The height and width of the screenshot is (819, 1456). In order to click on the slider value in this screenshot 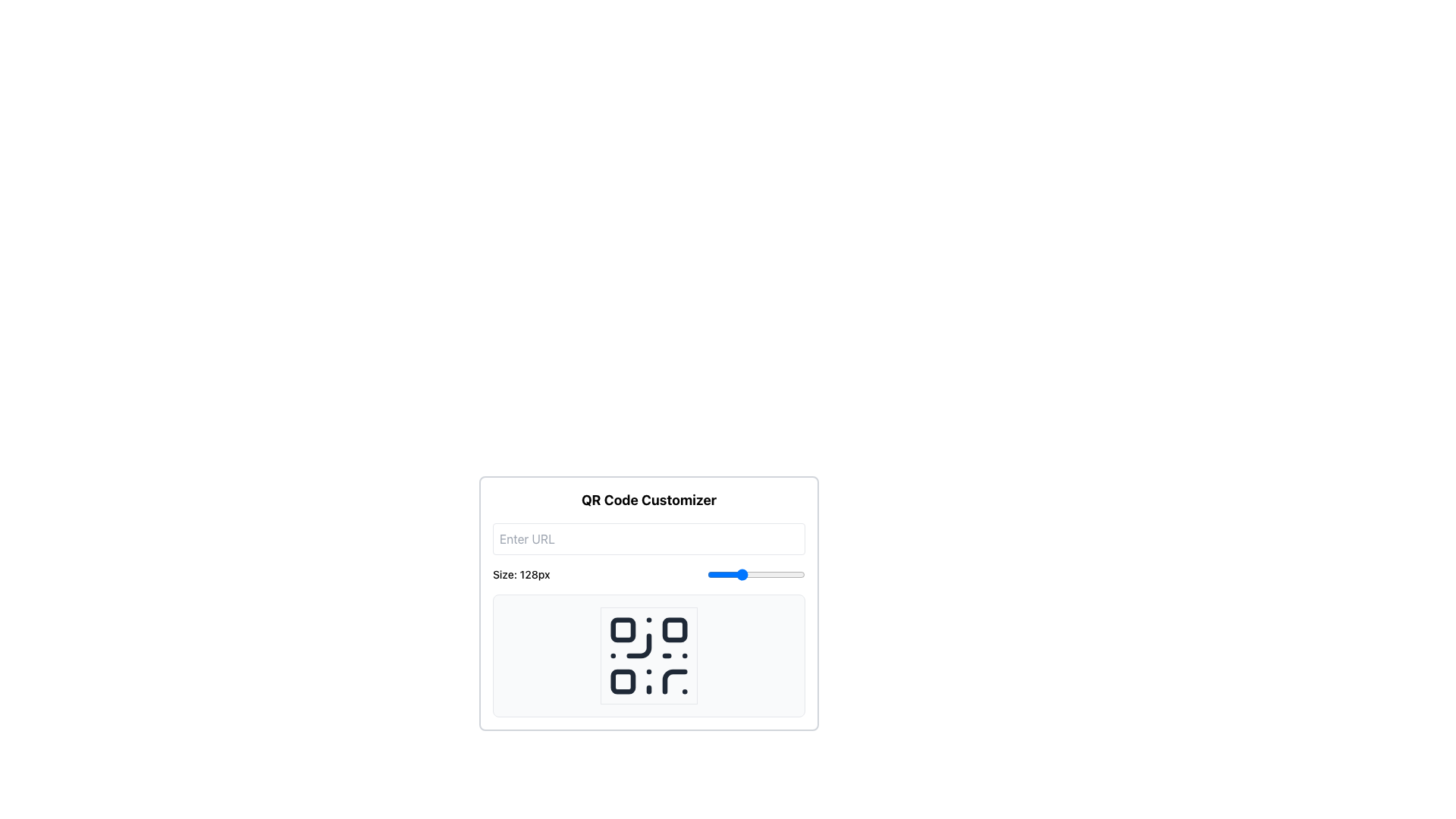, I will do `click(765, 575)`.